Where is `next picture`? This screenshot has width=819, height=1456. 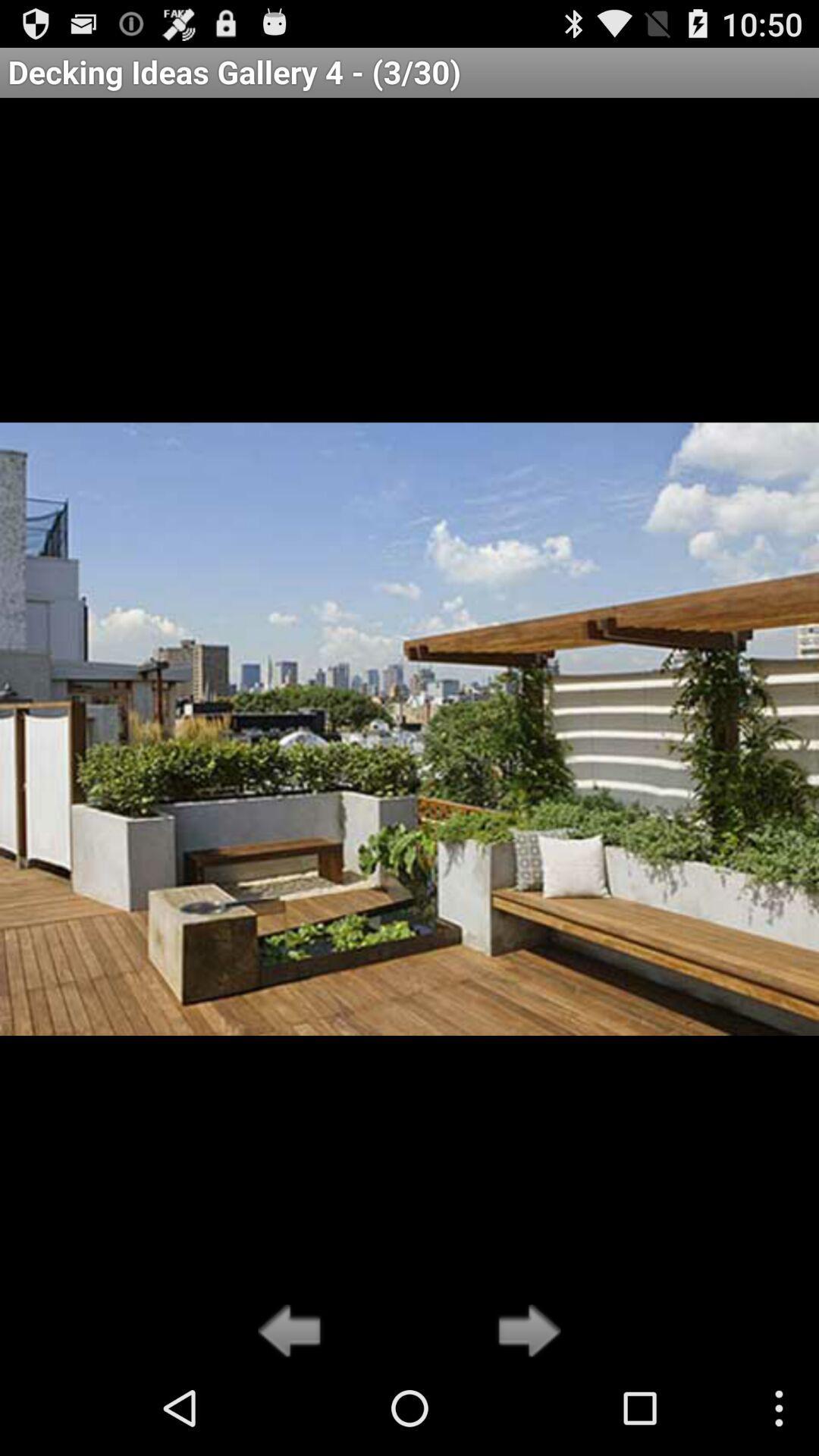 next picture is located at coordinates (524, 1332).